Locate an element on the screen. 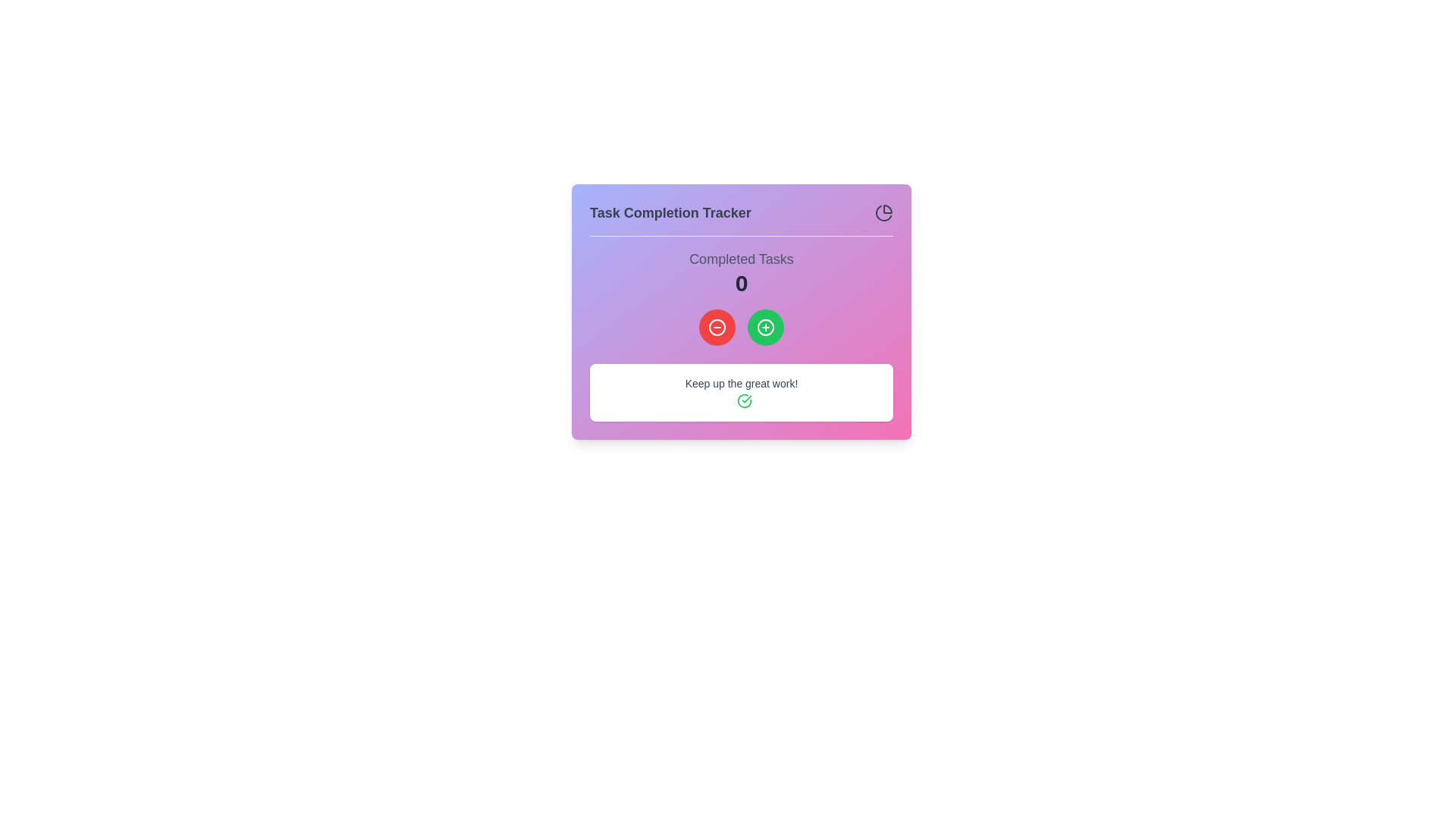  the presence of the congratulatory message text block with icon located at the bottom of the 'Task Completion Tracker' is located at coordinates (742, 391).